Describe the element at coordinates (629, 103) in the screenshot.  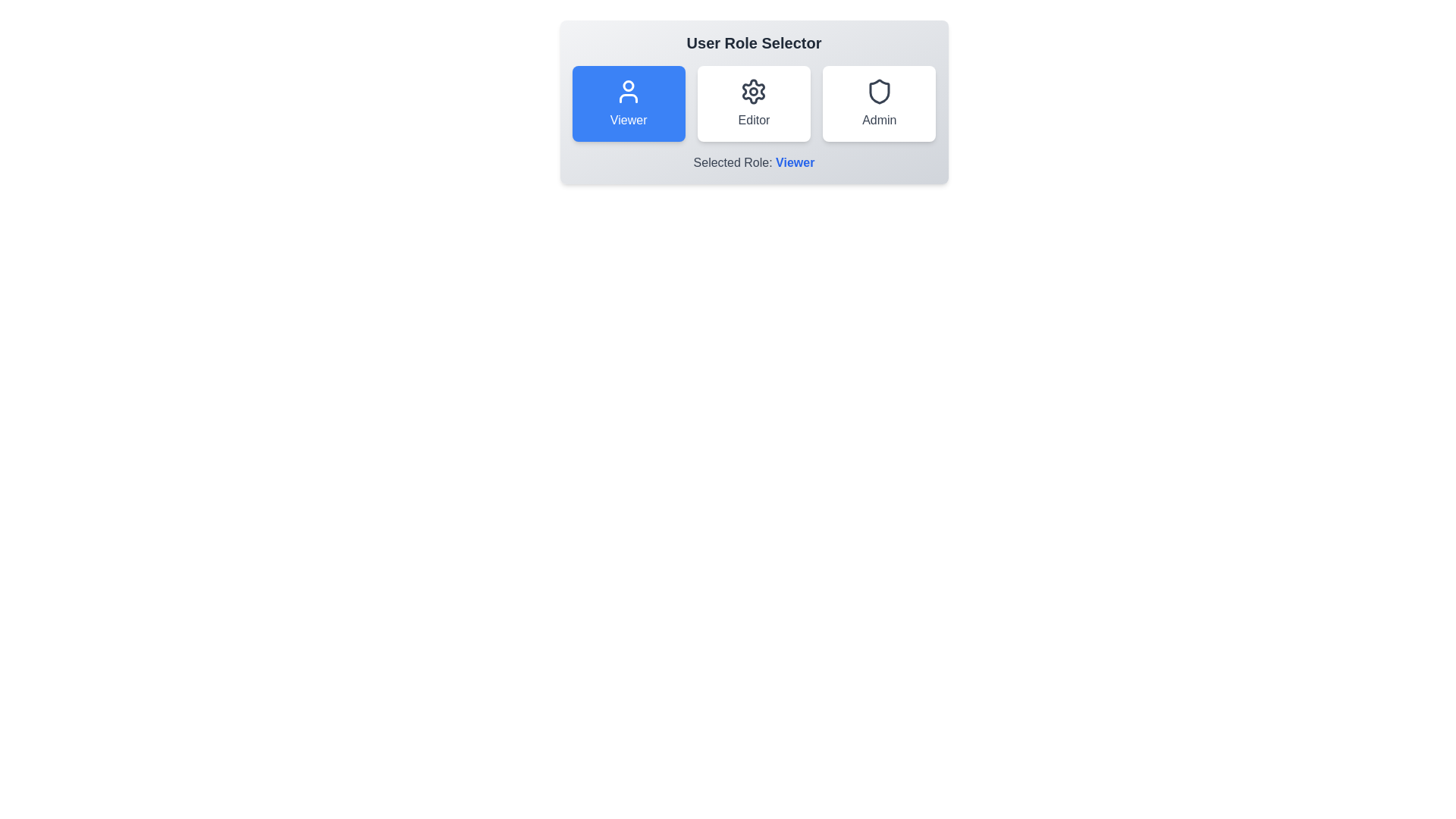
I see `the Viewer button to select the corresponding role` at that location.